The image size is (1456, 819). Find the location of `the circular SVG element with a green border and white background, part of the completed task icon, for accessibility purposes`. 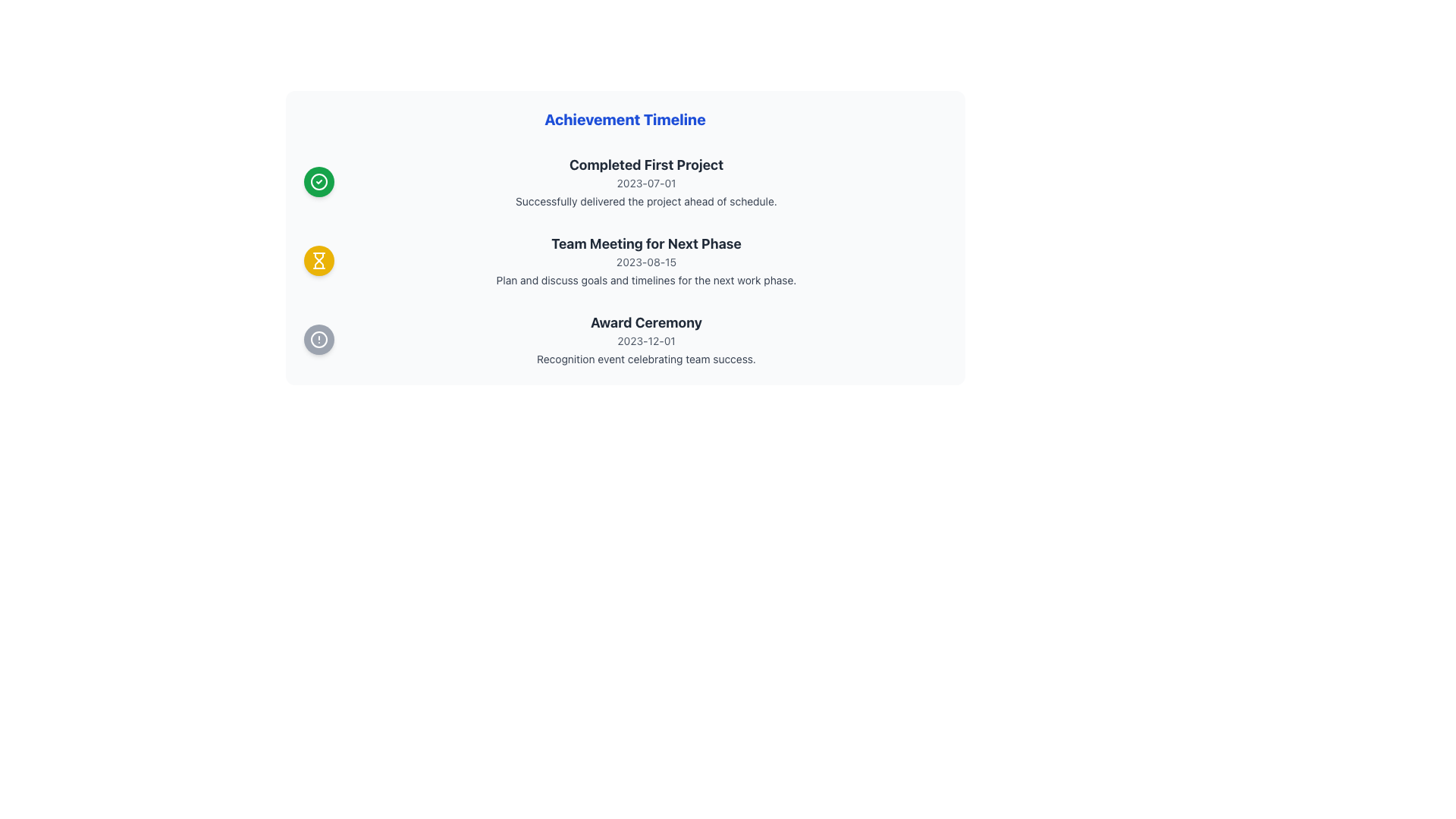

the circular SVG element with a green border and white background, part of the completed task icon, for accessibility purposes is located at coordinates (318, 180).